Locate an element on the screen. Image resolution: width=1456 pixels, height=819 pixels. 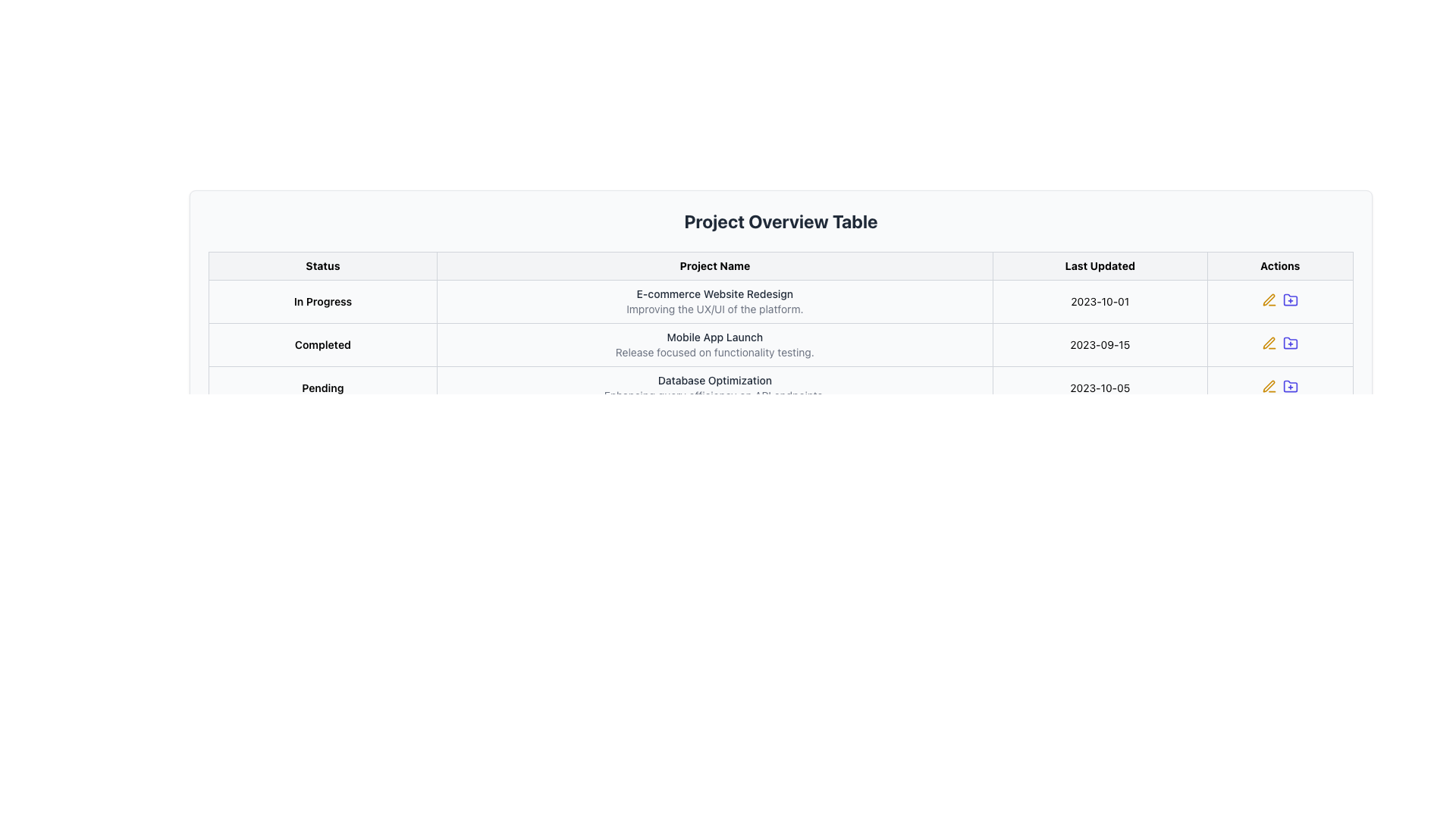
the informational label indicating the current status as 'Pending' located in the first column of the bottom row of the table under the 'Status' header is located at coordinates (322, 388).